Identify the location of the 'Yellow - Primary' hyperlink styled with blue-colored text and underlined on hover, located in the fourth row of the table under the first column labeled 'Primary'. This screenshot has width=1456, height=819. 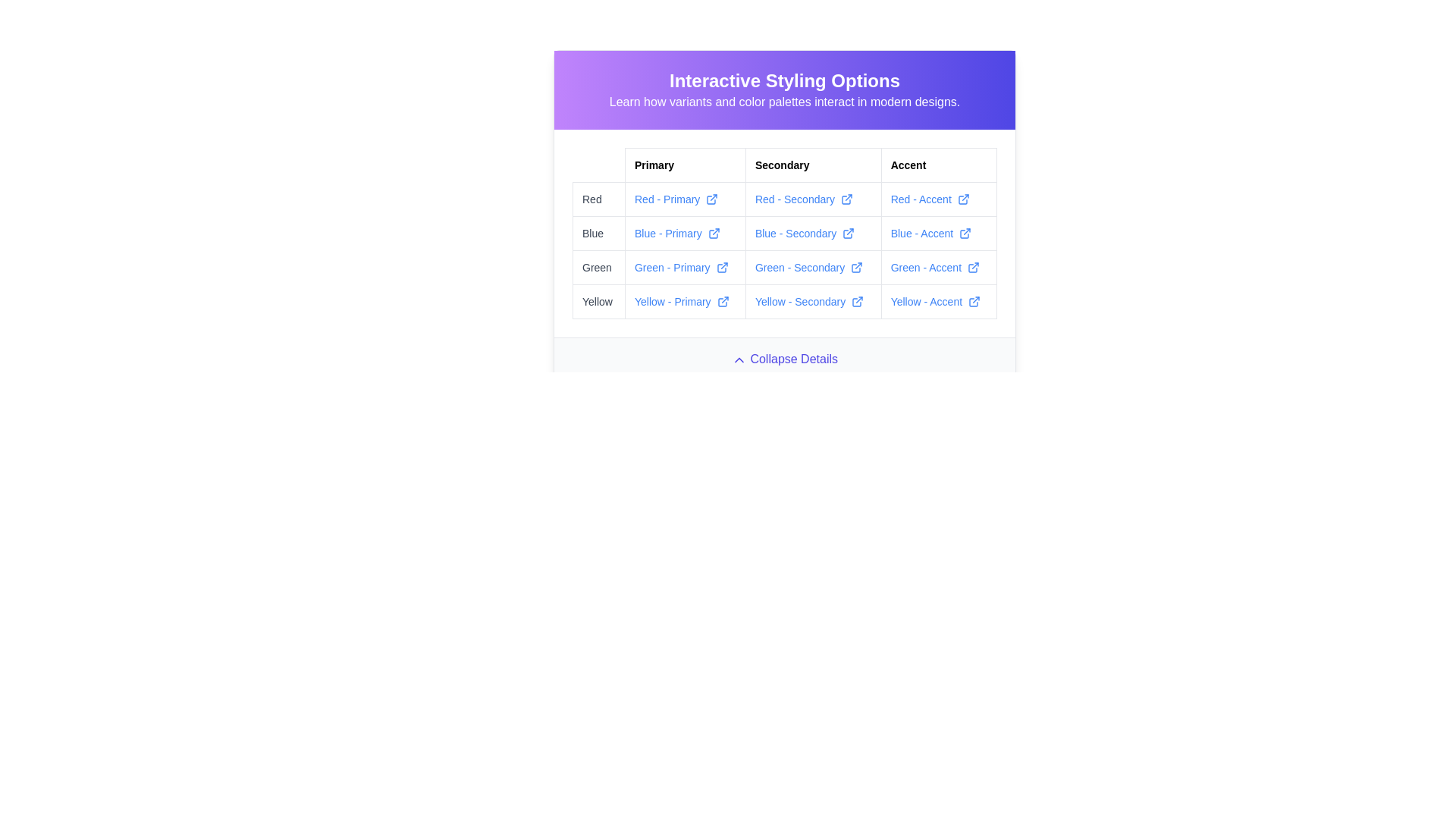
(681, 301).